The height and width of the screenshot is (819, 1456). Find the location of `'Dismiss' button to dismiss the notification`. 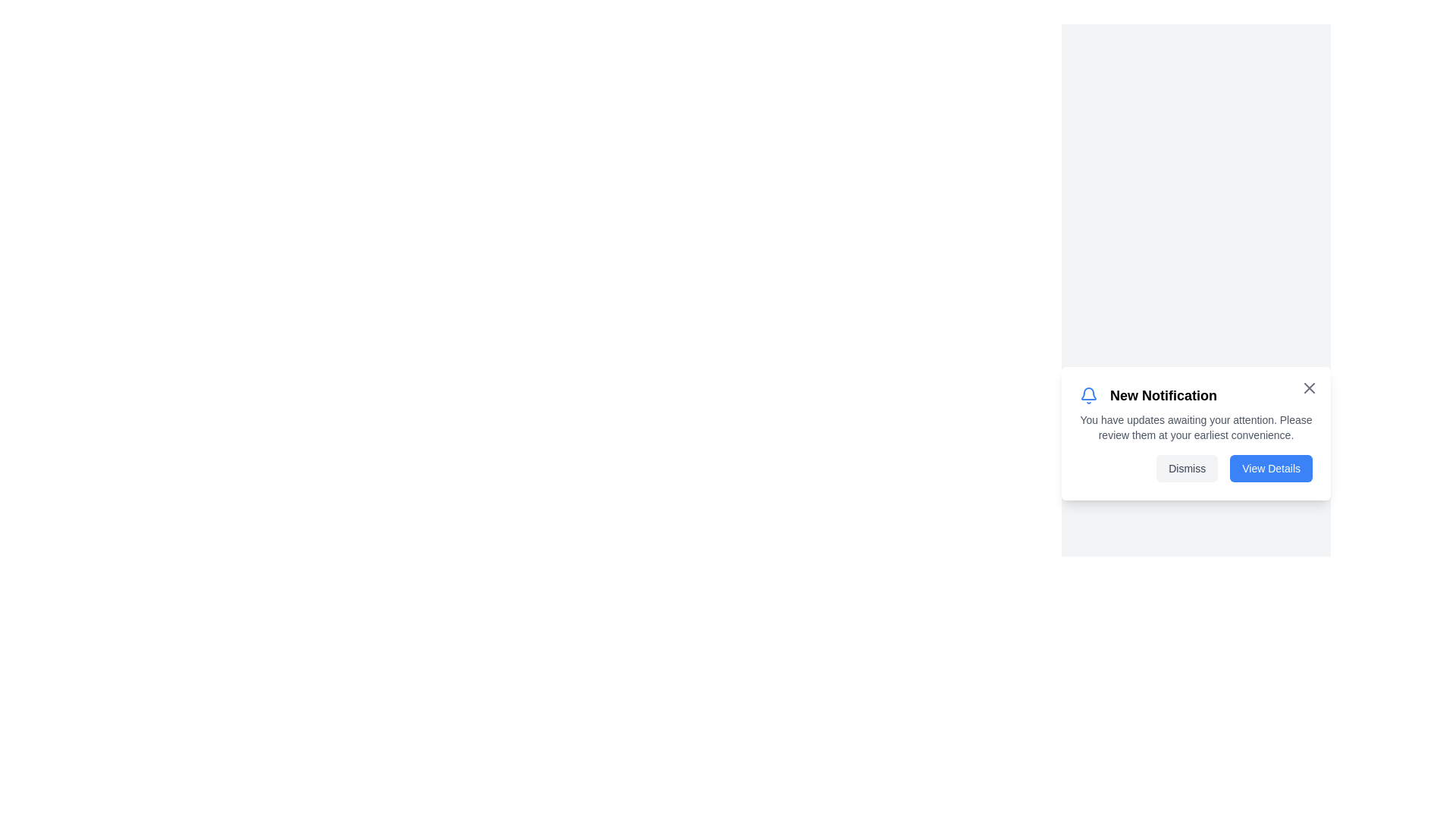

'Dismiss' button to dismiss the notification is located at coordinates (1186, 467).